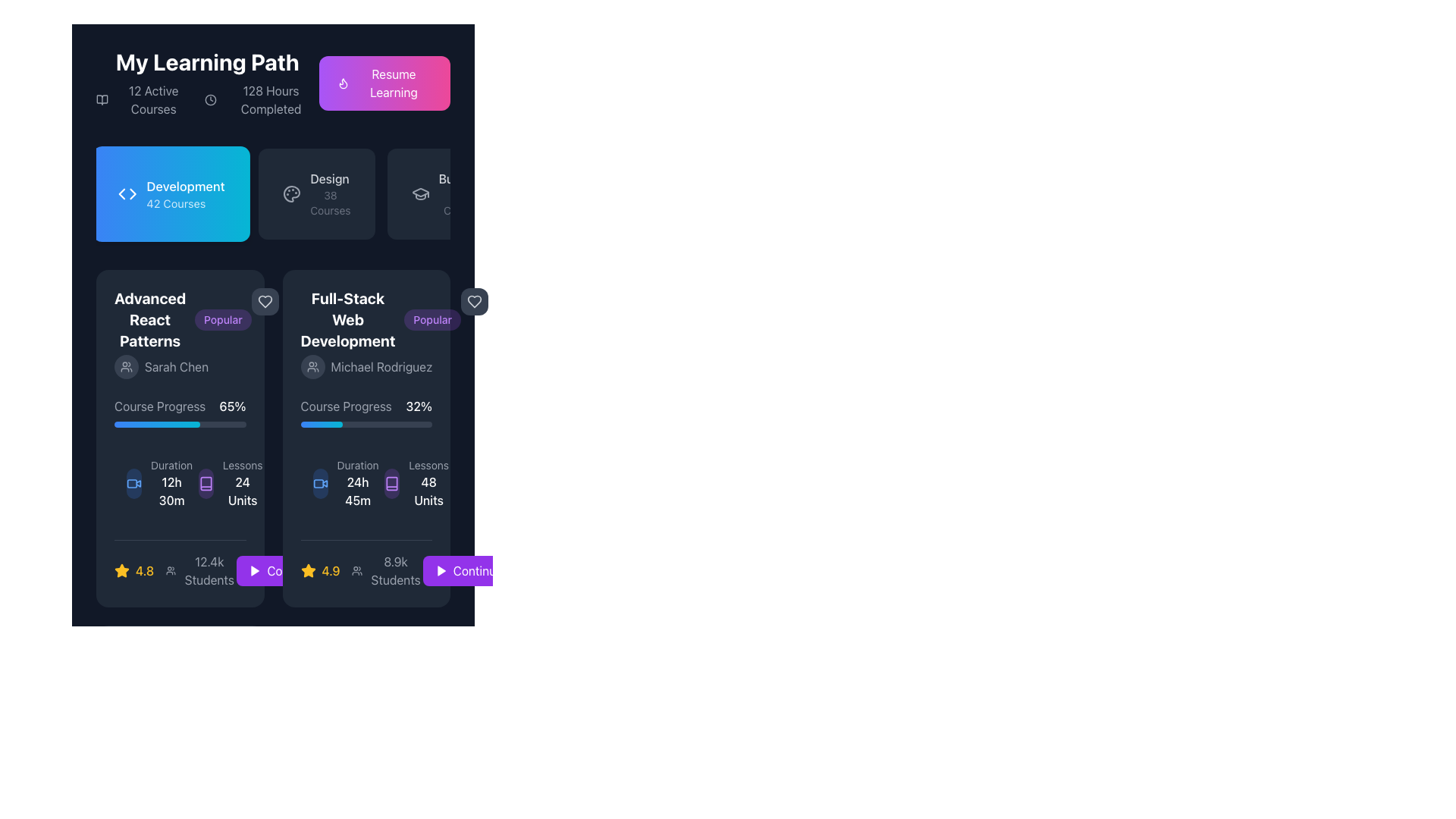 Image resolution: width=1456 pixels, height=819 pixels. I want to click on the 'Continue' button with a purple background and white text using keyboard navigation, so click(477, 570).